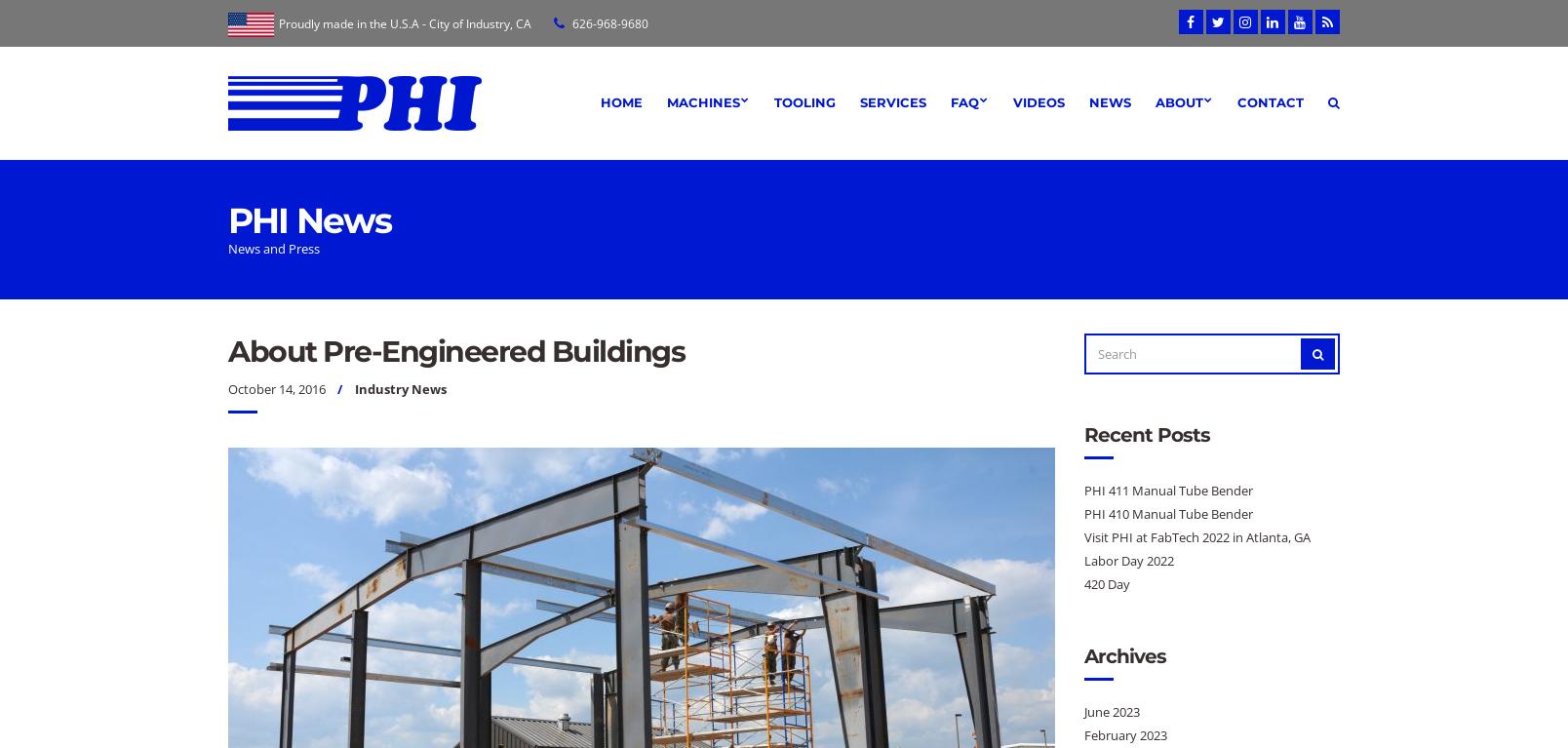 This screenshot has height=748, width=1568. I want to click on 'PHI News', so click(227, 219).